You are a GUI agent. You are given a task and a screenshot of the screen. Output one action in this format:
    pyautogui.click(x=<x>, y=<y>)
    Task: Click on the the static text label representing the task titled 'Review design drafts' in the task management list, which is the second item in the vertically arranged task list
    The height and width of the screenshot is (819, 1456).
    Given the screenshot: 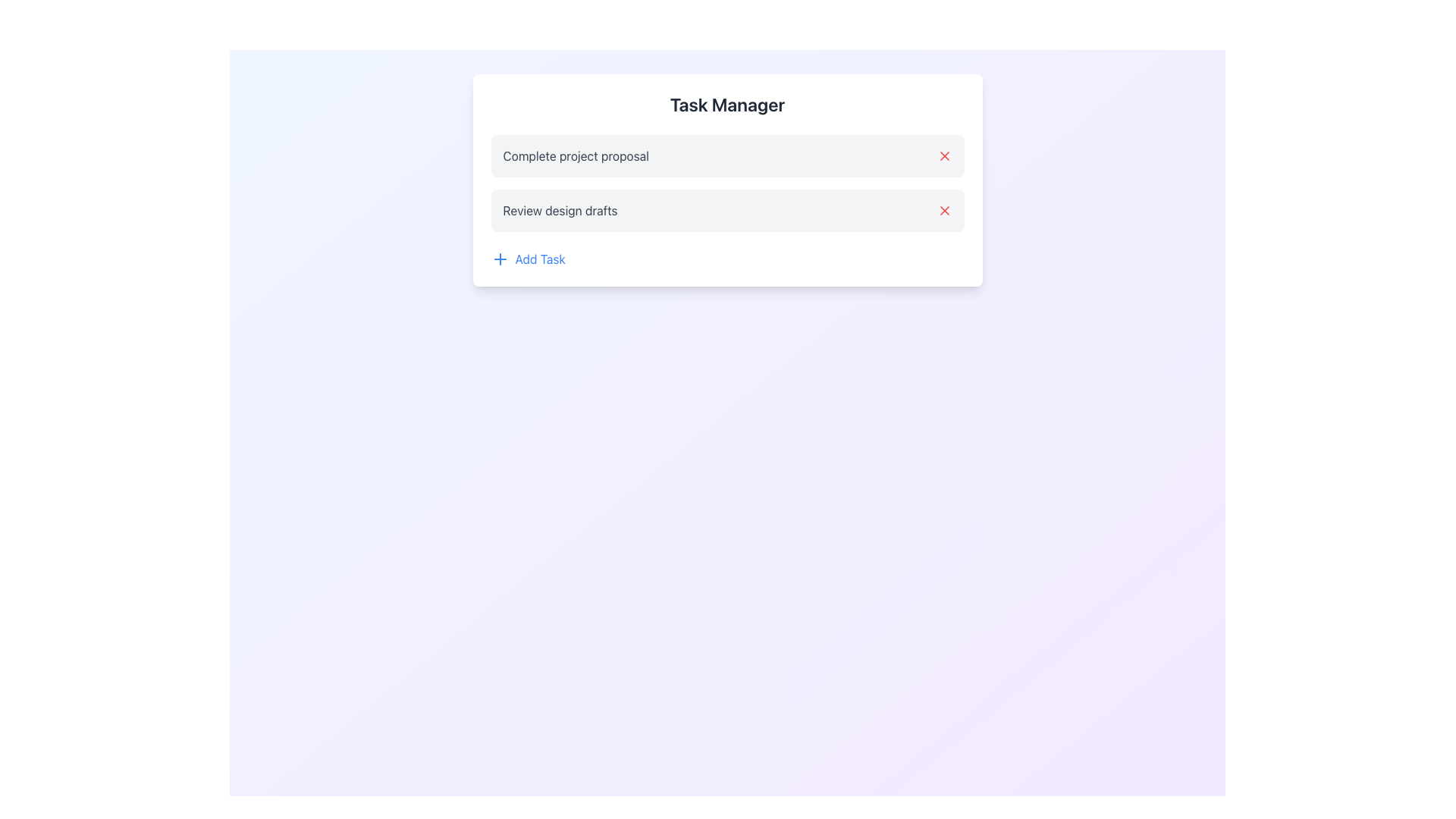 What is the action you would take?
    pyautogui.click(x=560, y=210)
    